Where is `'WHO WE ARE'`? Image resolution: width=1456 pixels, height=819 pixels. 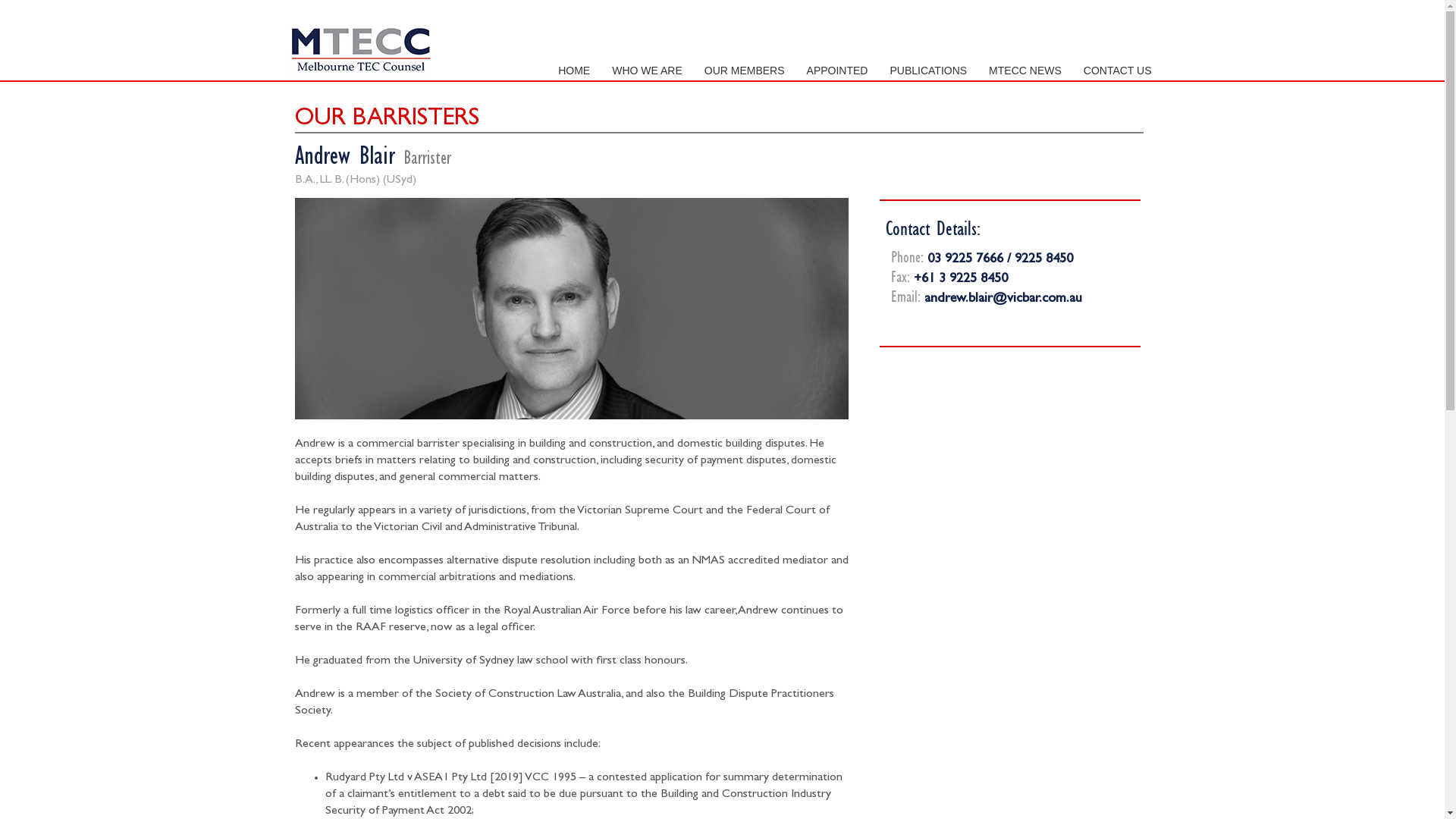
'WHO WE ARE' is located at coordinates (647, 70).